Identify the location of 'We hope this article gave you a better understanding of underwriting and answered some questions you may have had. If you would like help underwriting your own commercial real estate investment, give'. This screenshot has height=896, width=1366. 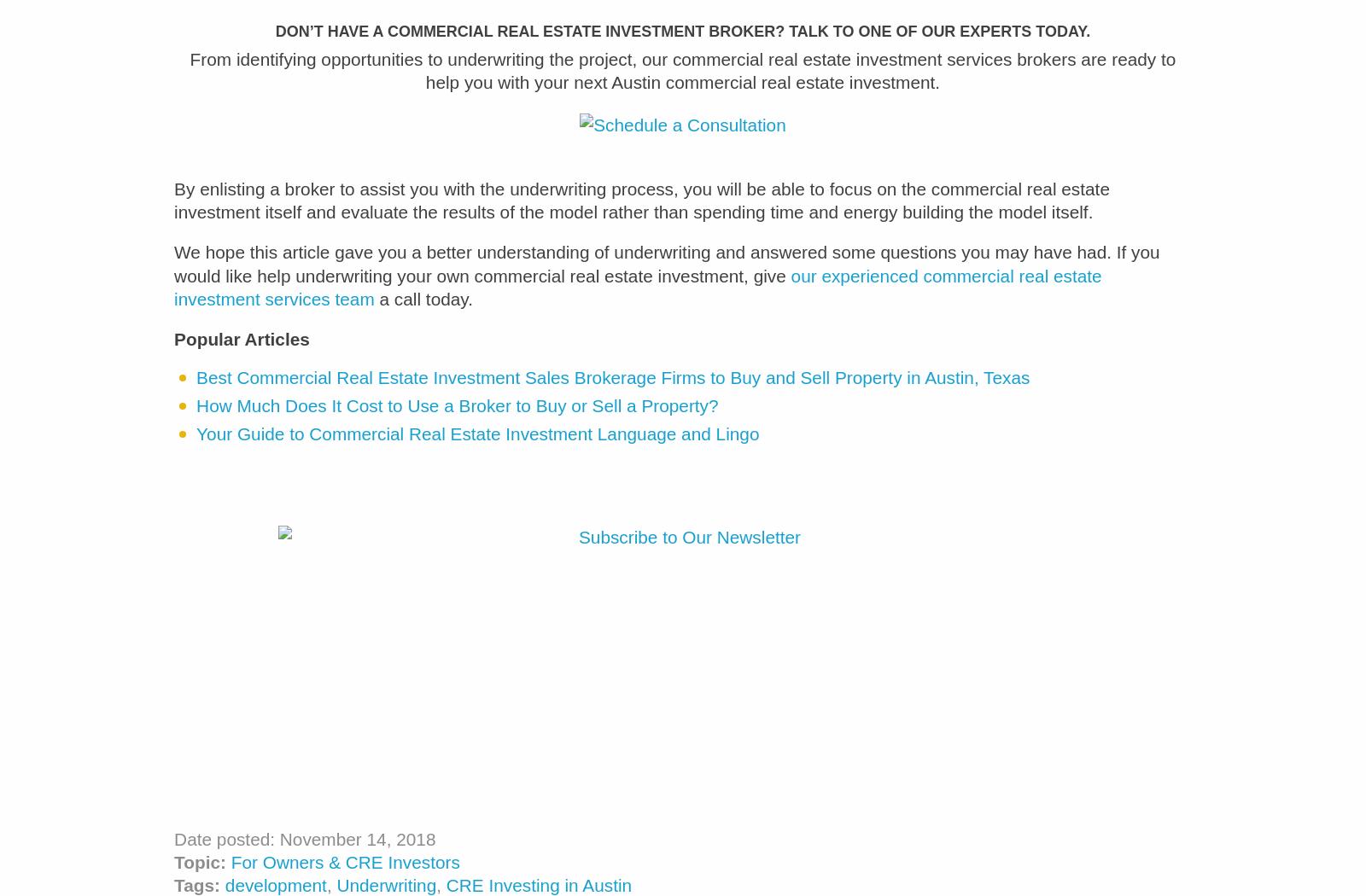
(666, 275).